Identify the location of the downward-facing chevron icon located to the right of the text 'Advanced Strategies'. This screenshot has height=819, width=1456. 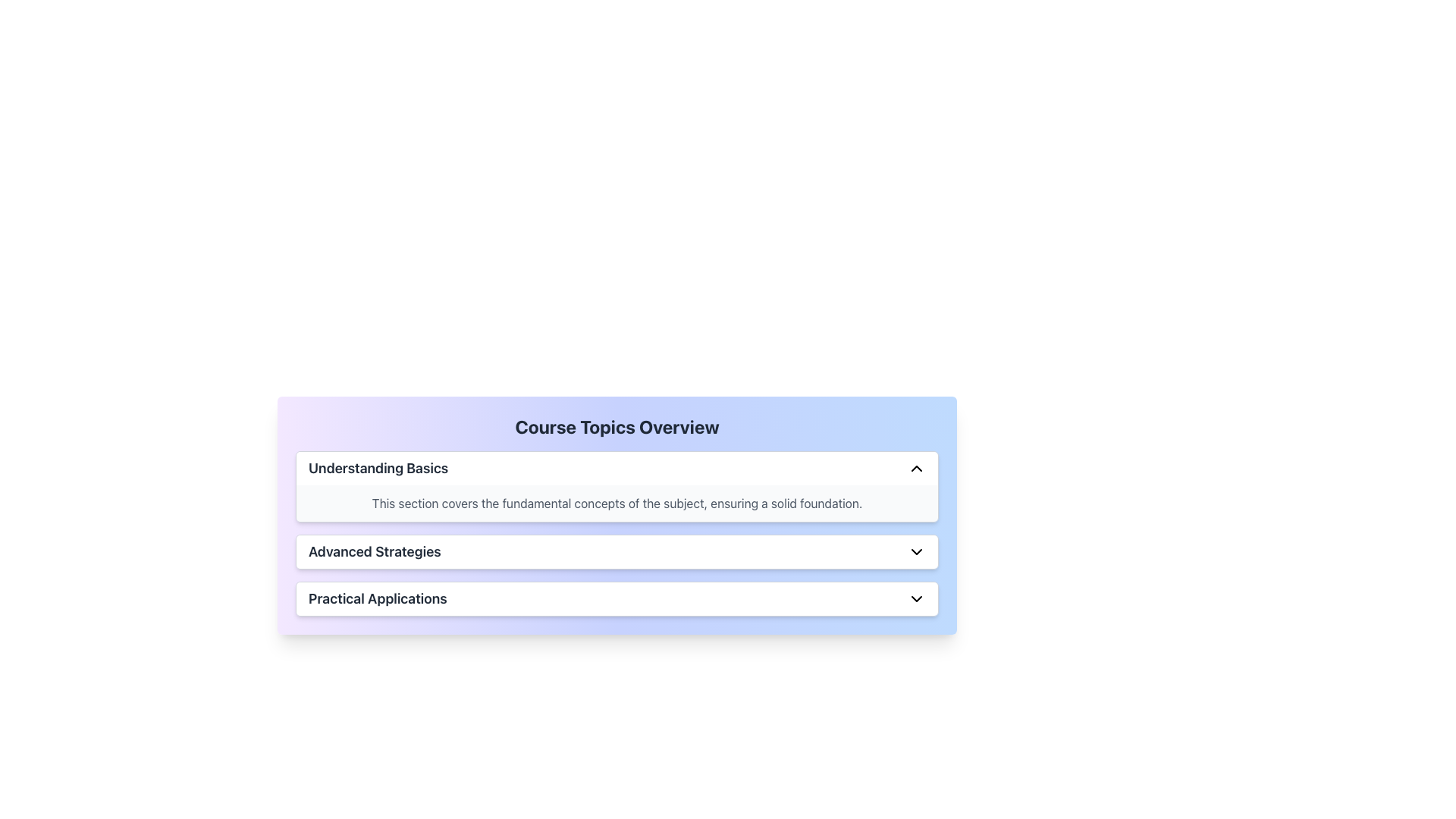
(916, 552).